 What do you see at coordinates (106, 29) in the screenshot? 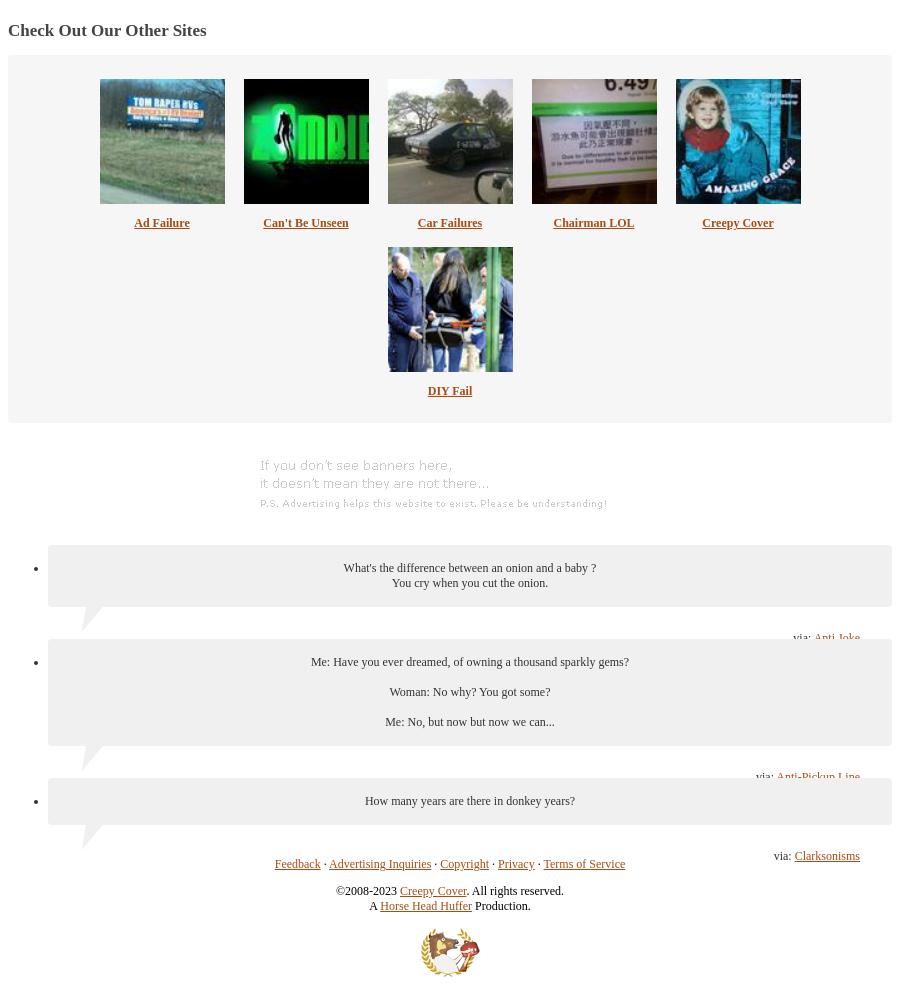
I see `'Check Out Our Other Sites'` at bounding box center [106, 29].